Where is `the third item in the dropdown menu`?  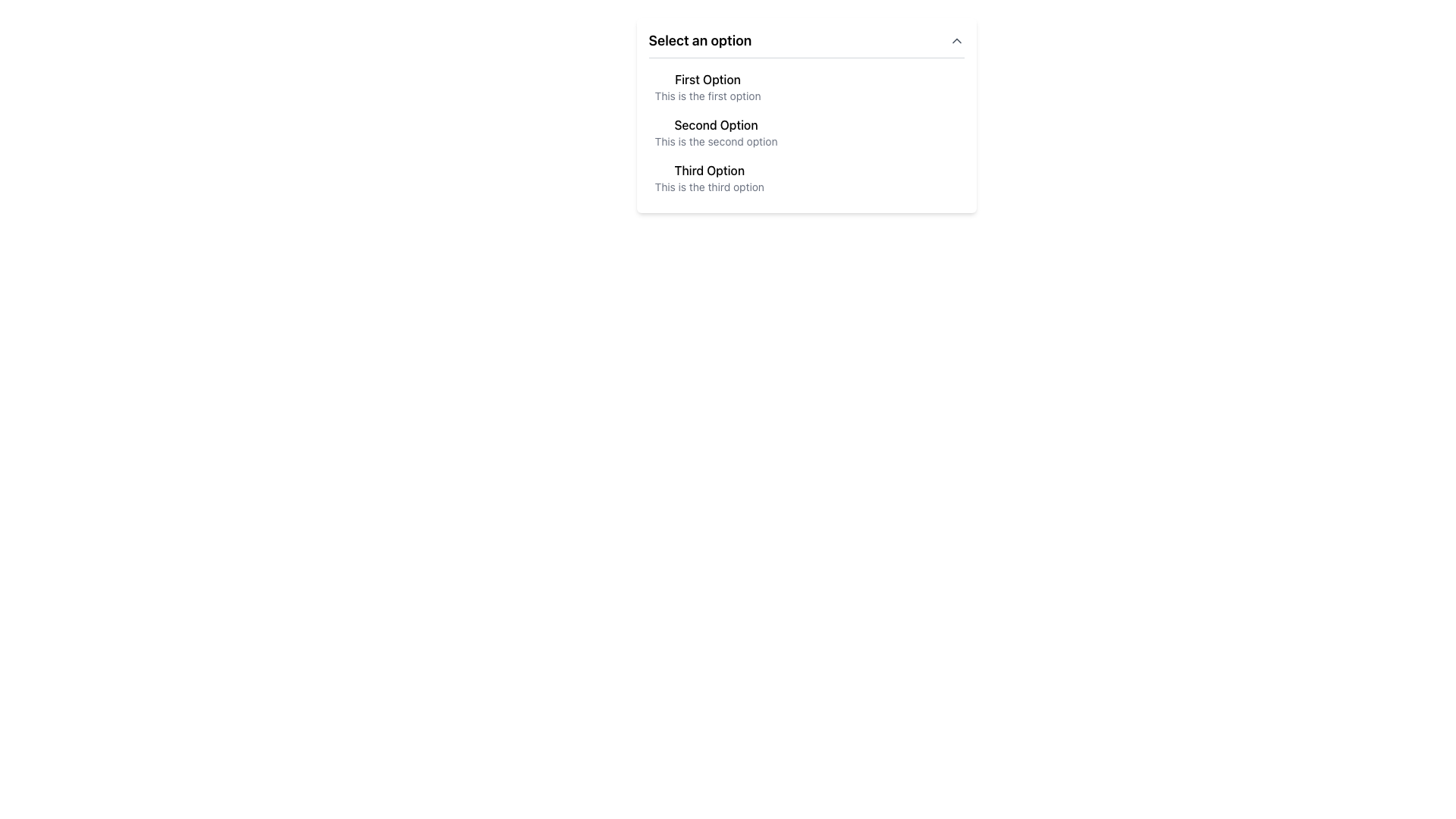
the third item in the dropdown menu is located at coordinates (805, 177).